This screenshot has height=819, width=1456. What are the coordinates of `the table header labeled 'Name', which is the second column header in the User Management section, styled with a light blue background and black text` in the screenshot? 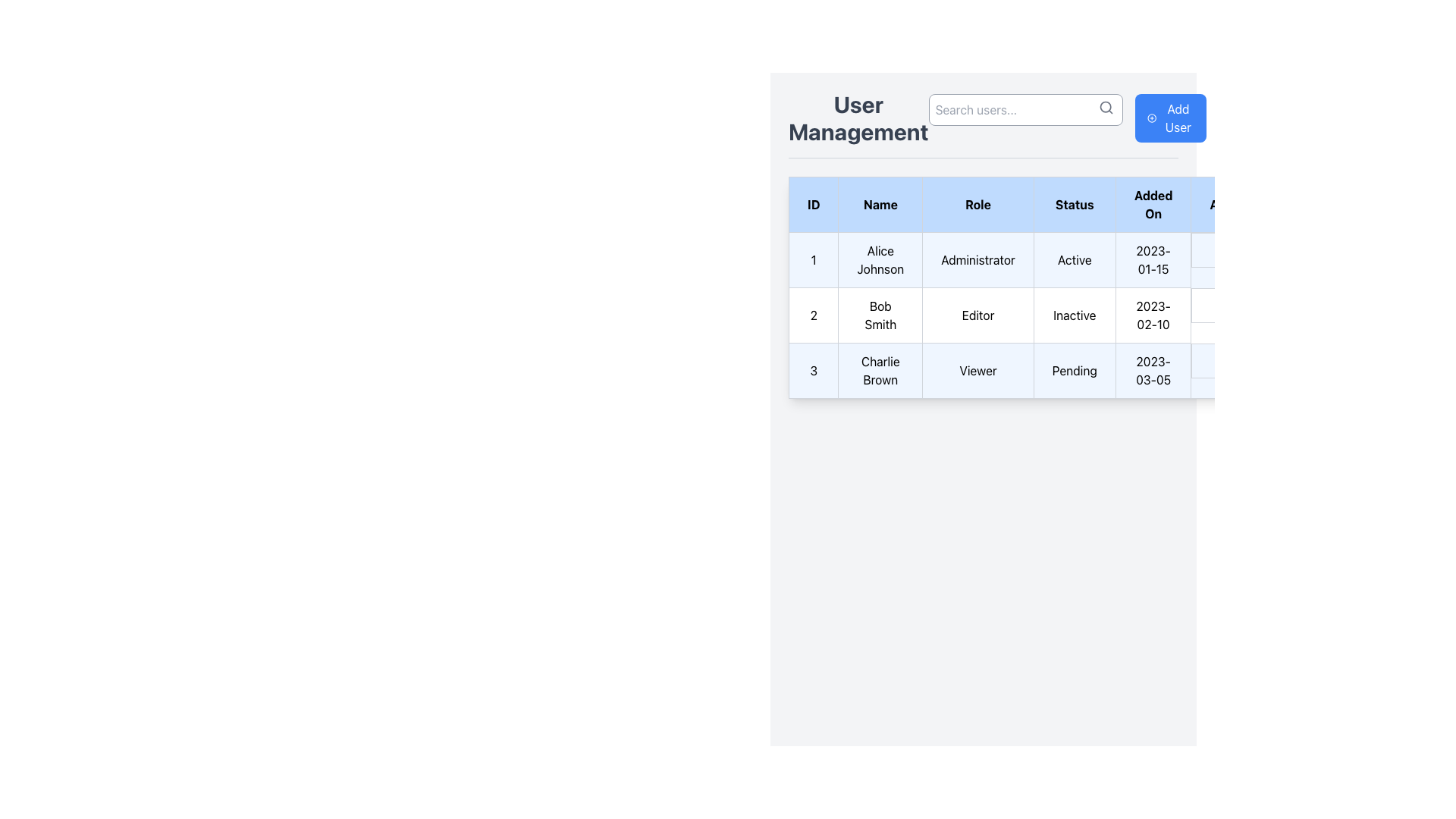 It's located at (880, 205).